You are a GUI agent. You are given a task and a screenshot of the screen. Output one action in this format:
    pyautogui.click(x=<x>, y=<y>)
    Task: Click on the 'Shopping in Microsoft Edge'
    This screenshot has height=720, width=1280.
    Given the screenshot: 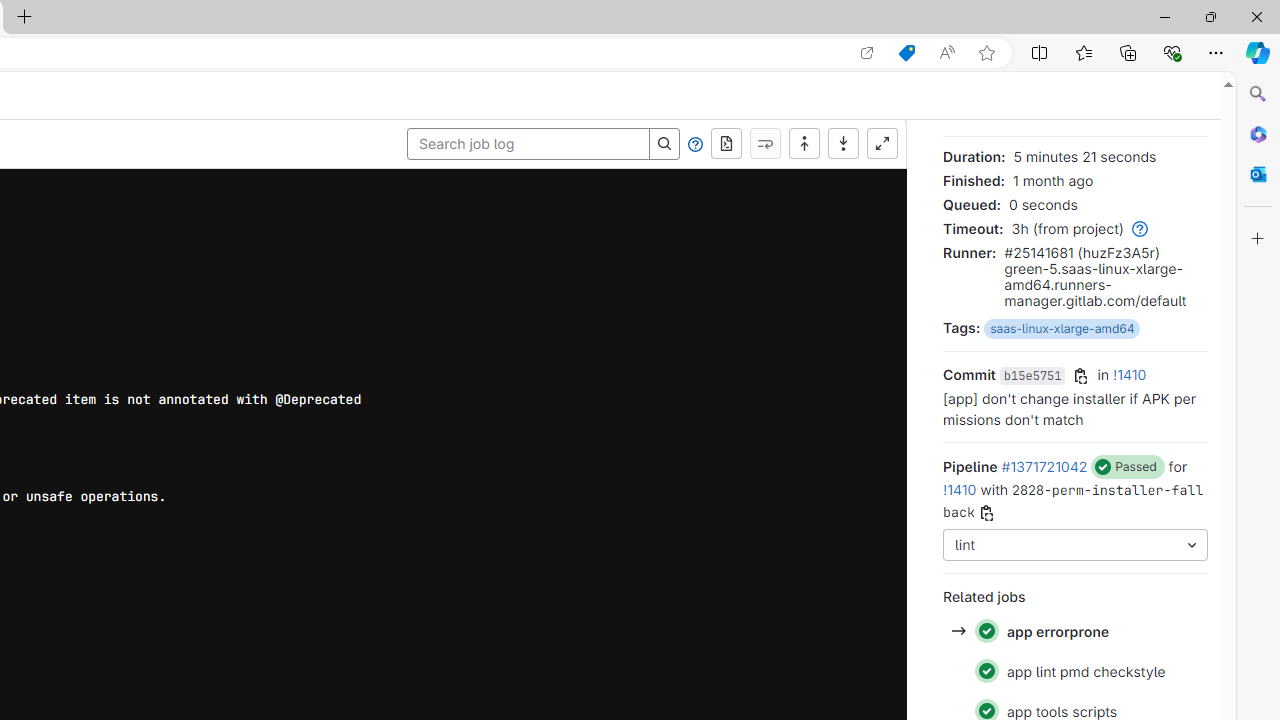 What is the action you would take?
    pyautogui.click(x=905, y=52)
    